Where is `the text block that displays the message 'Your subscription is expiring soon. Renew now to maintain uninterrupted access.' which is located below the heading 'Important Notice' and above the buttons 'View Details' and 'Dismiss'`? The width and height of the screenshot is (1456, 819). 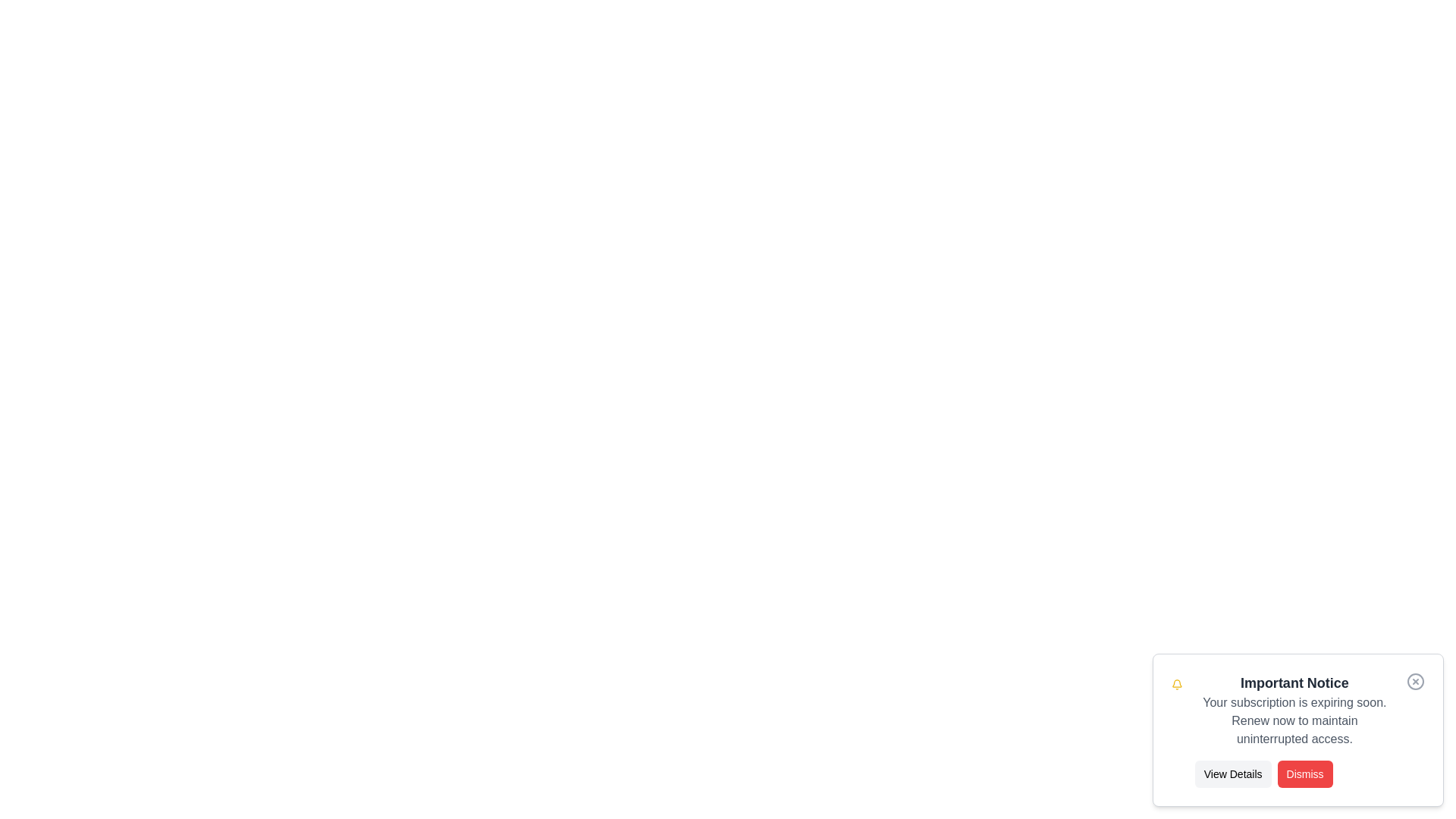
the text block that displays the message 'Your subscription is expiring soon. Renew now to maintain uninterrupted access.' which is located below the heading 'Important Notice' and above the buttons 'View Details' and 'Dismiss' is located at coordinates (1294, 720).